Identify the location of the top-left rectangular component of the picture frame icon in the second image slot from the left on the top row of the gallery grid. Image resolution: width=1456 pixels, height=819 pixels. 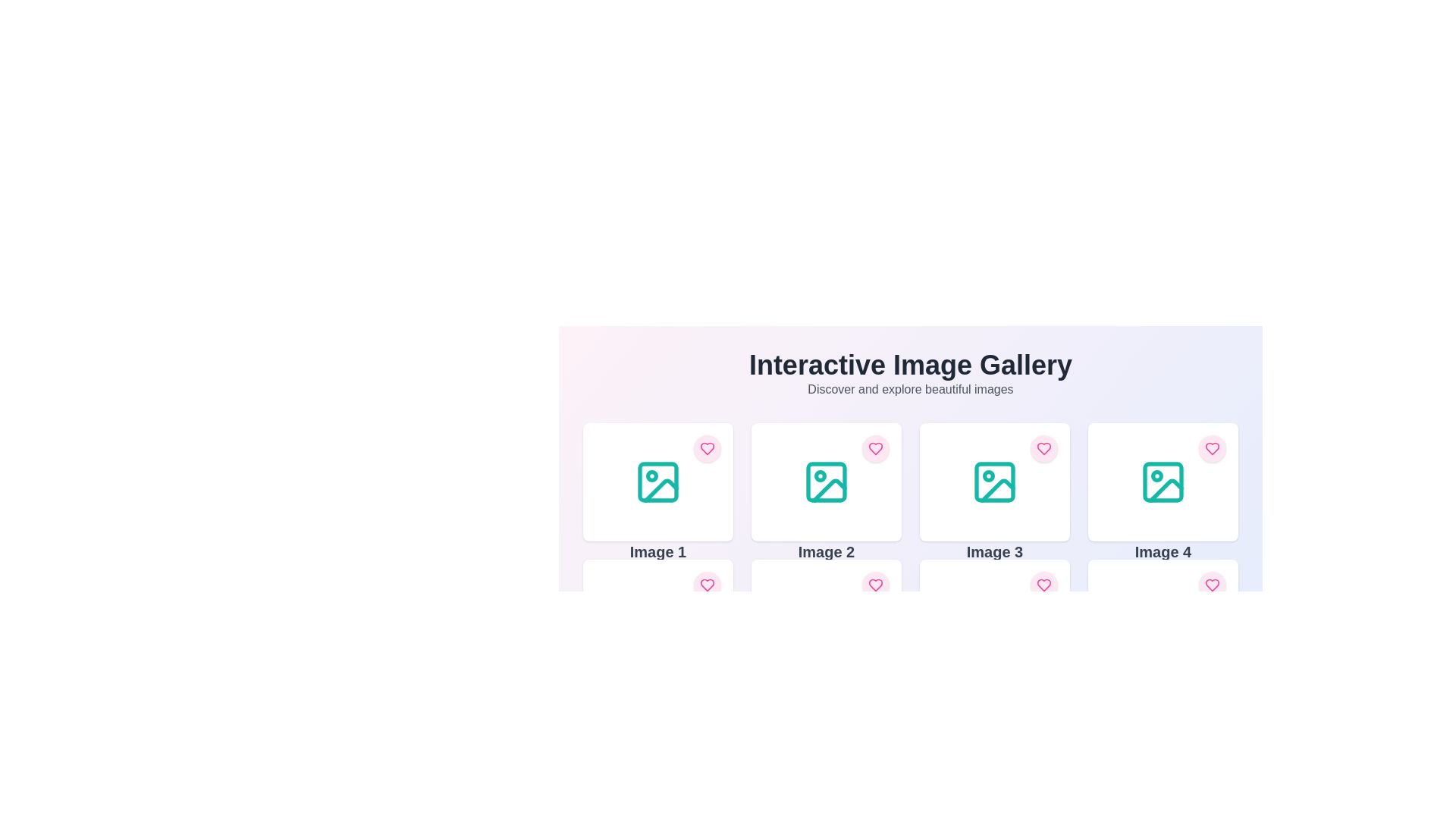
(825, 482).